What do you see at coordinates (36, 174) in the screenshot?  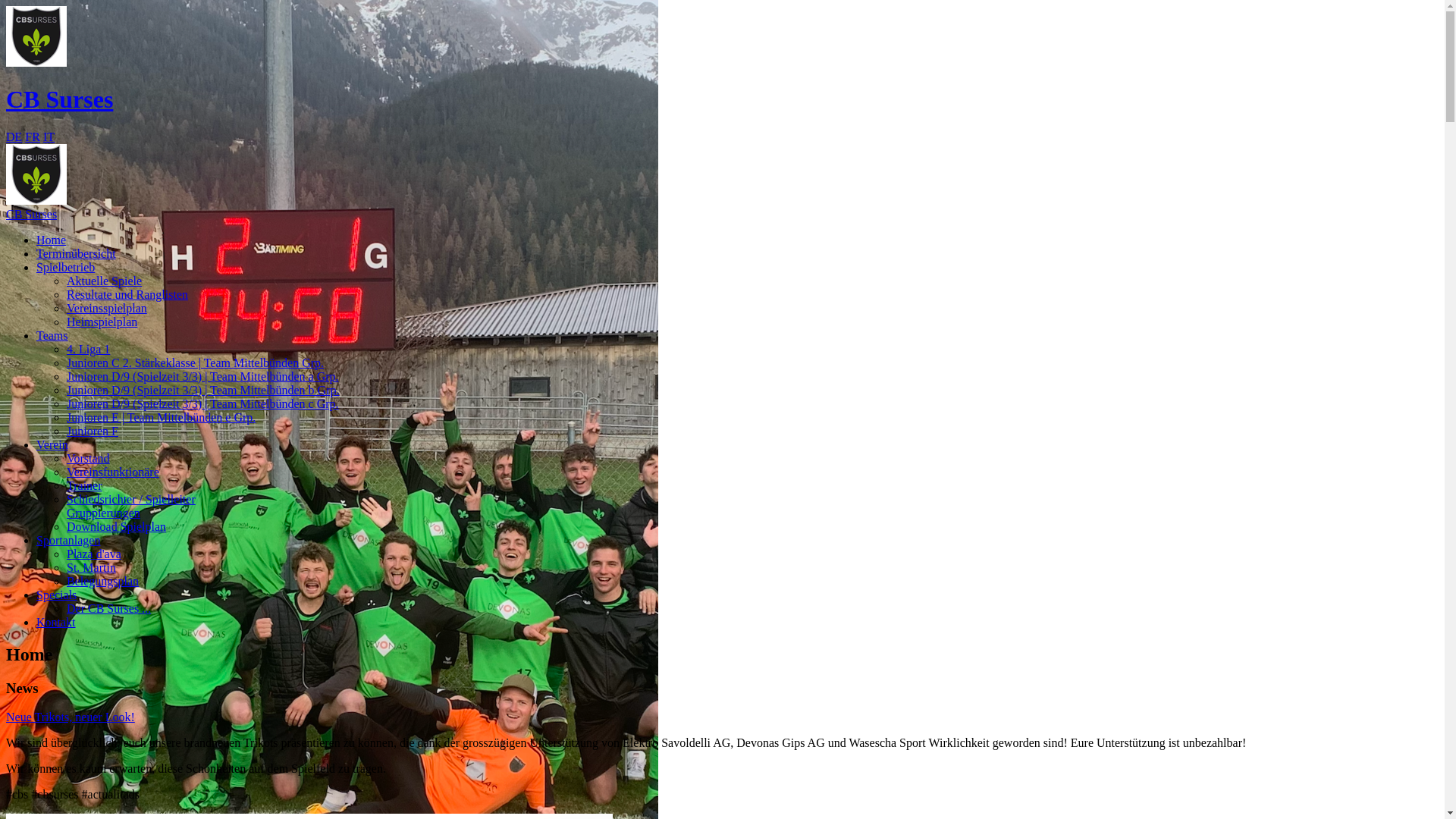 I see `'CB Surses]'` at bounding box center [36, 174].